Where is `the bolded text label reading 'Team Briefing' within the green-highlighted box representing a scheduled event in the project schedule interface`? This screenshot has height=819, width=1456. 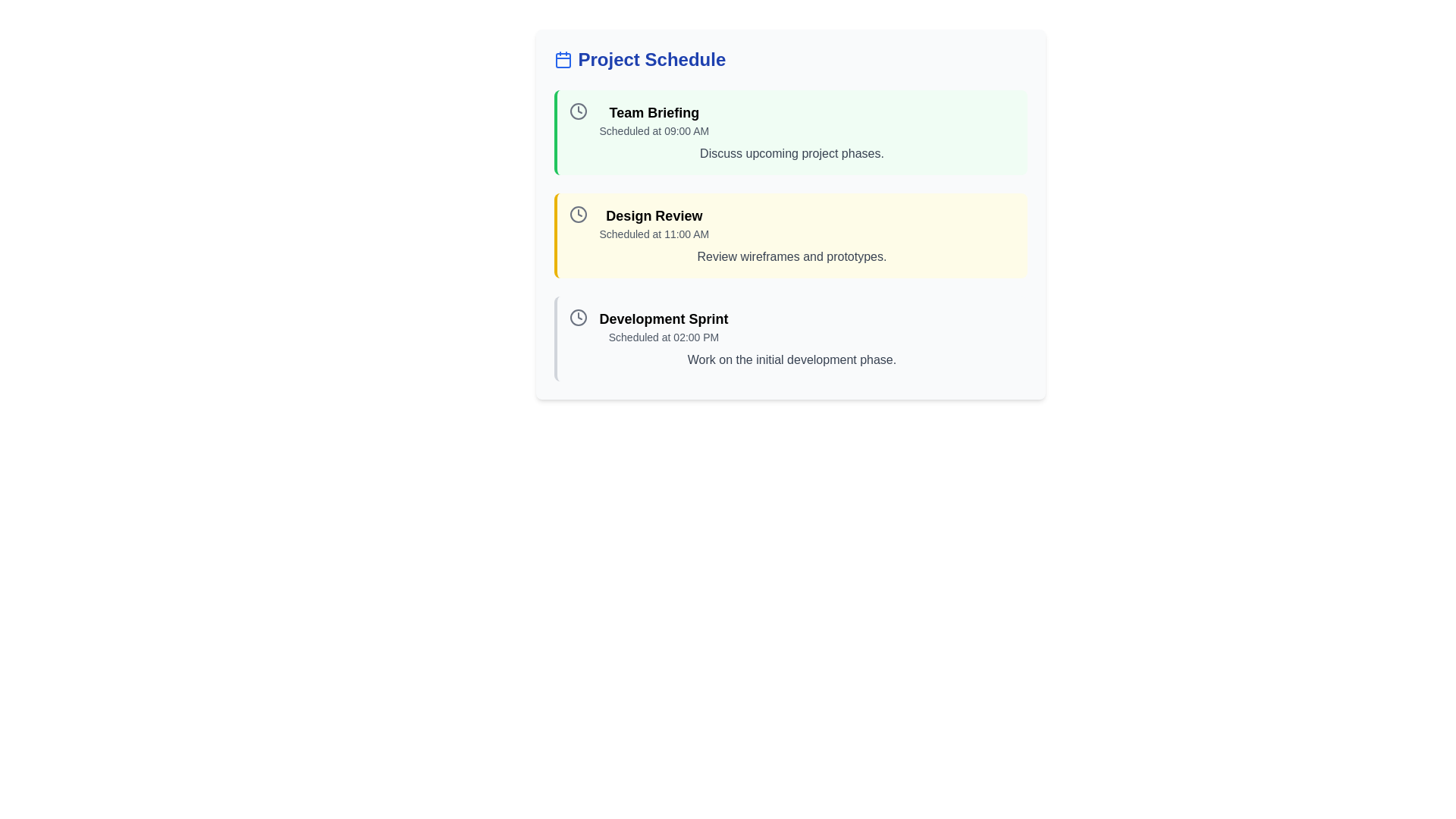 the bolded text label reading 'Team Briefing' within the green-highlighted box representing a scheduled event in the project schedule interface is located at coordinates (654, 112).